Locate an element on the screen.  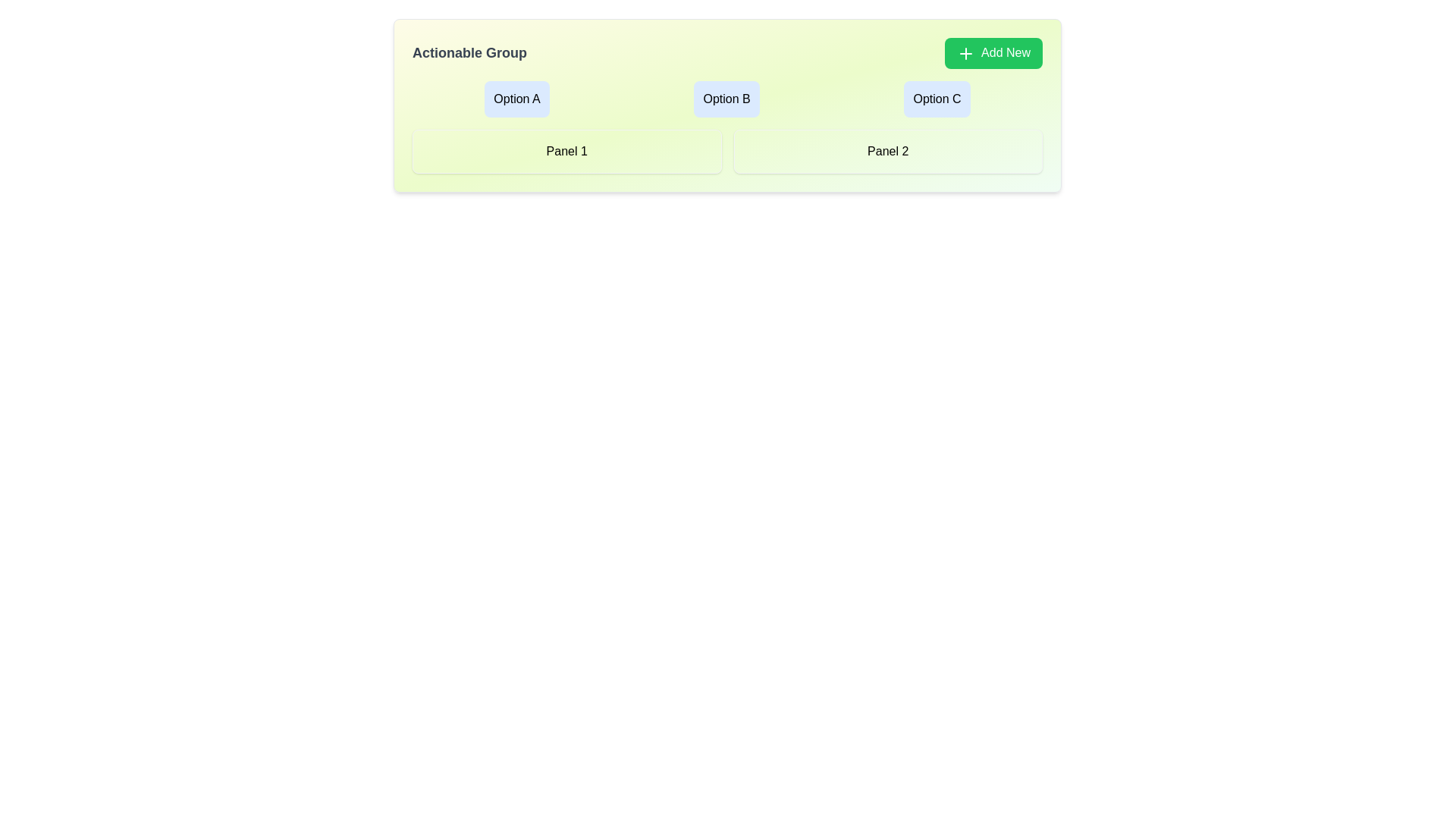
the Decorative Icon located to the left of the 'Add New' button in the top-right region of the interface is located at coordinates (965, 52).